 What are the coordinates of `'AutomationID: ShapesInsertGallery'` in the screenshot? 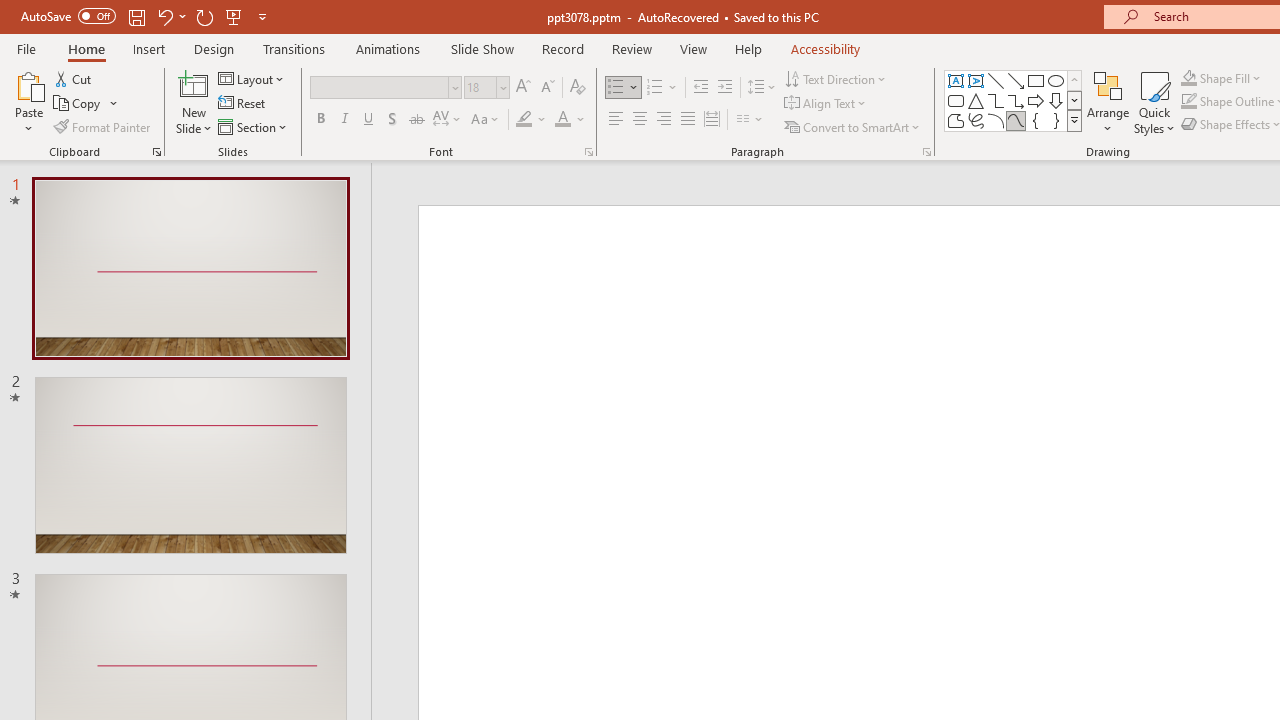 It's located at (1014, 100).